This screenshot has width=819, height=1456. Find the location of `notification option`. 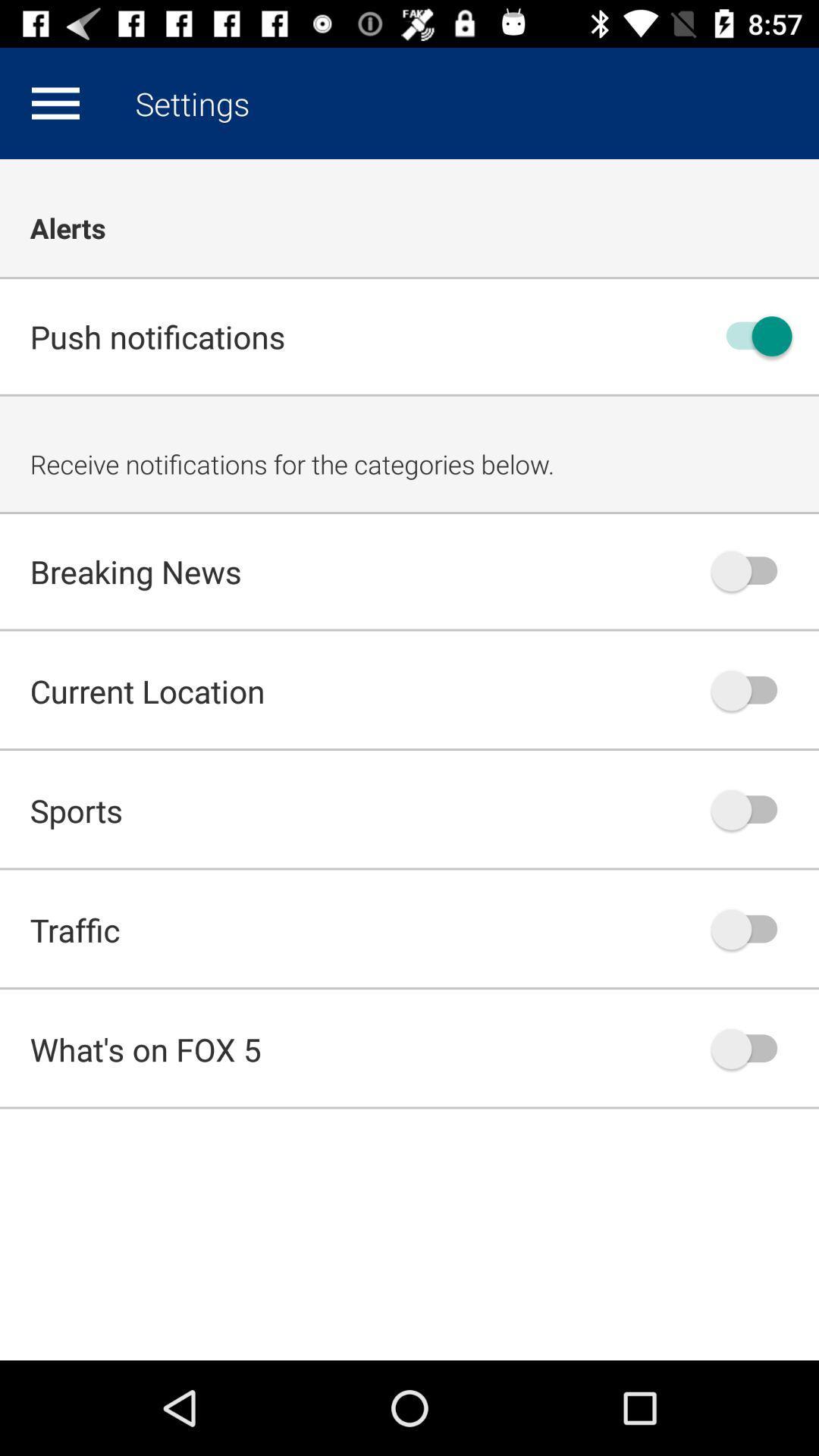

notification option is located at coordinates (752, 1048).